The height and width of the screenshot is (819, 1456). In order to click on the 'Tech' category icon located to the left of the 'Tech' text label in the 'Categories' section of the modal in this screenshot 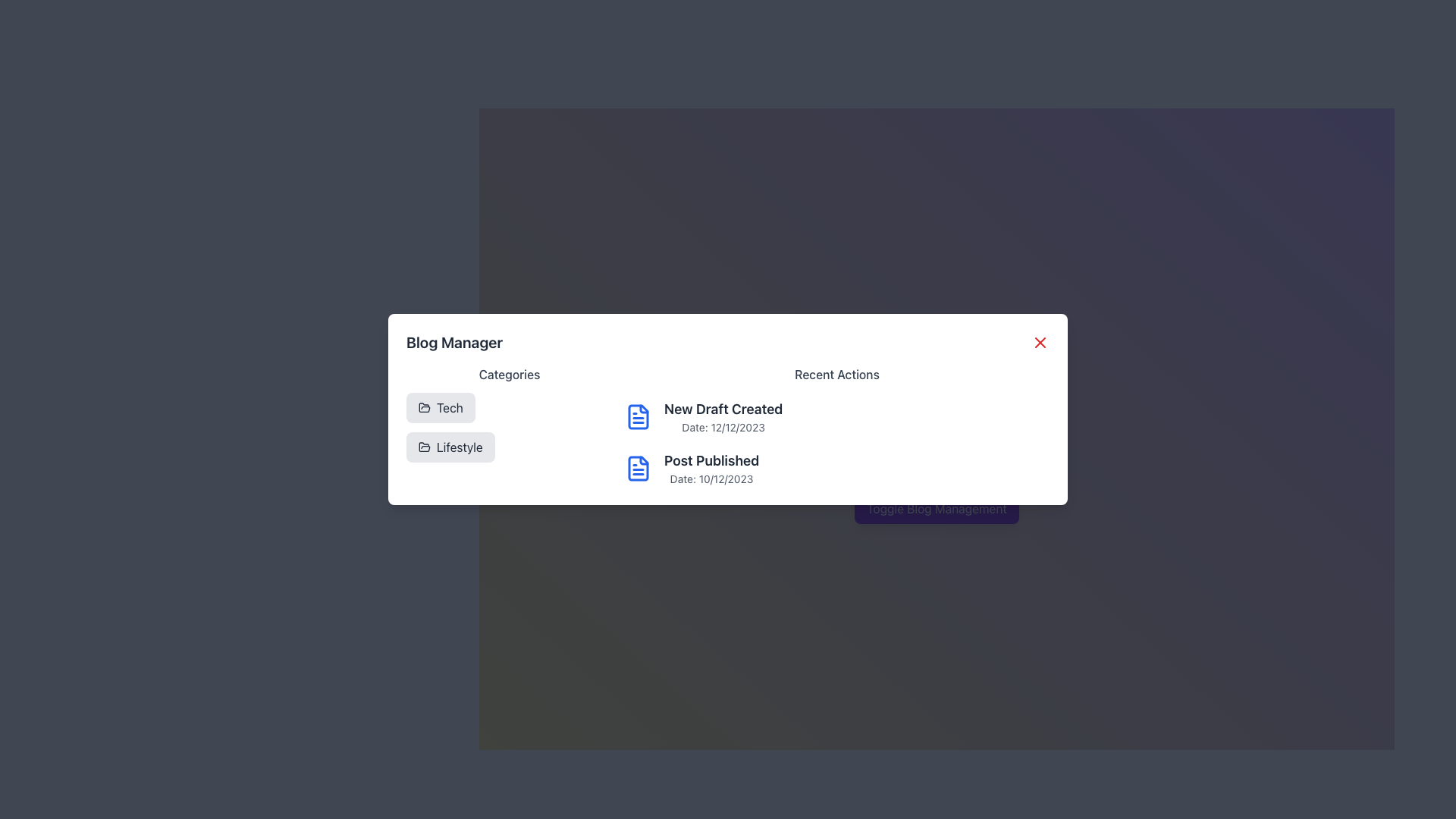, I will do `click(425, 406)`.